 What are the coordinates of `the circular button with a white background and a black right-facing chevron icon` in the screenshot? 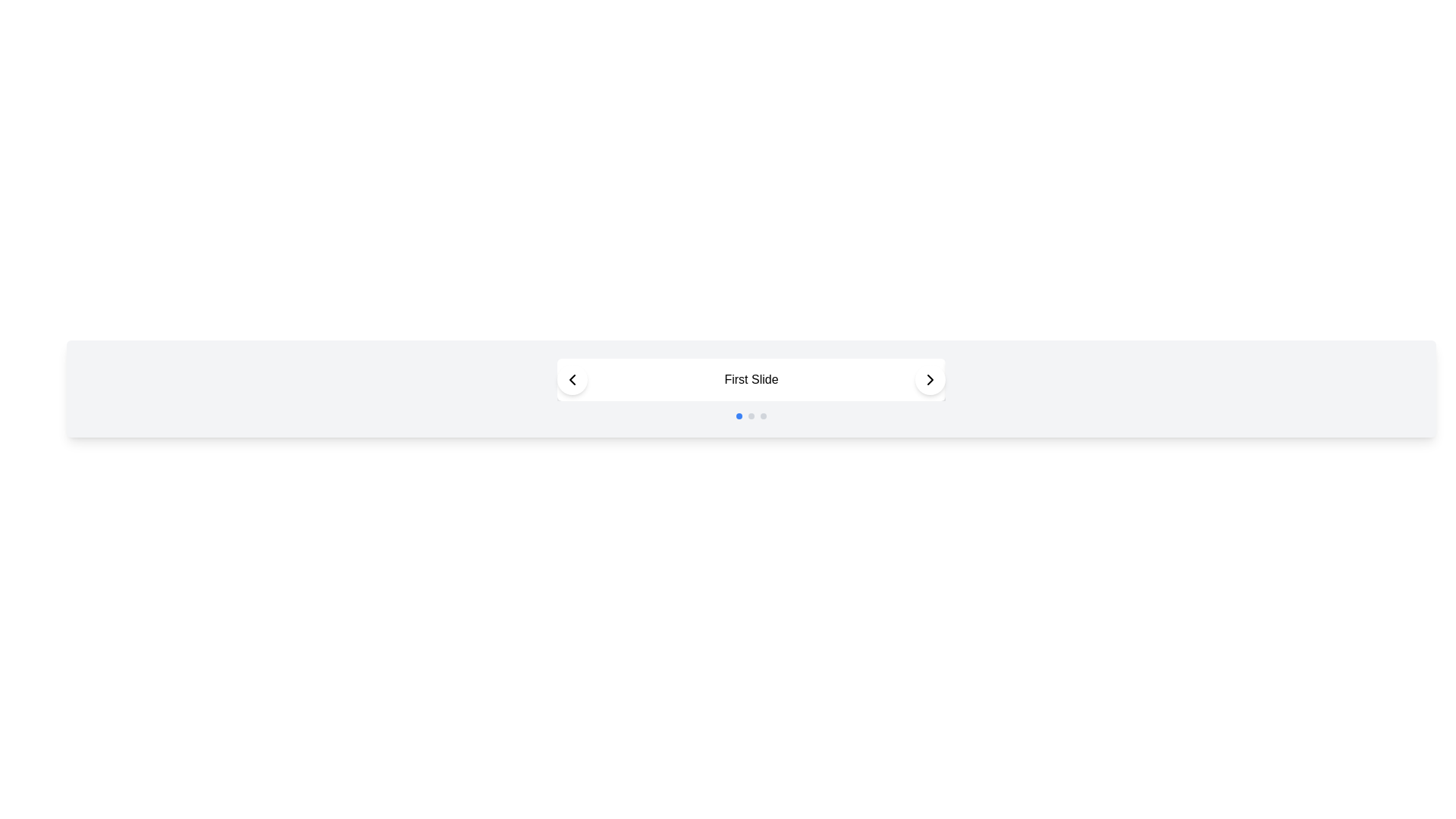 It's located at (930, 379).